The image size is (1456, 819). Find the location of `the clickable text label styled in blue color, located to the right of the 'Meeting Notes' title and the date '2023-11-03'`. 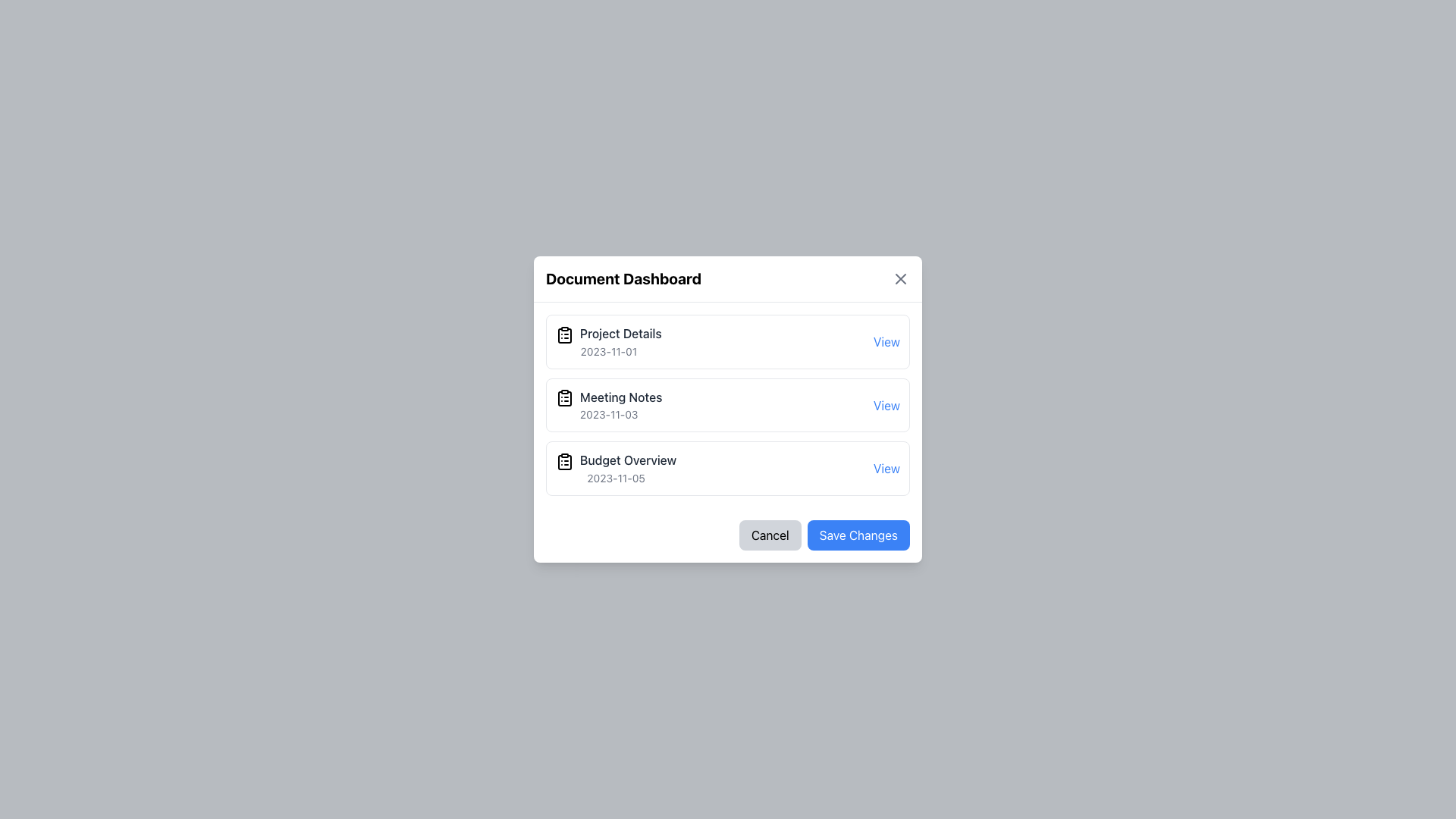

the clickable text label styled in blue color, located to the right of the 'Meeting Notes' title and the date '2023-11-03' is located at coordinates (886, 404).